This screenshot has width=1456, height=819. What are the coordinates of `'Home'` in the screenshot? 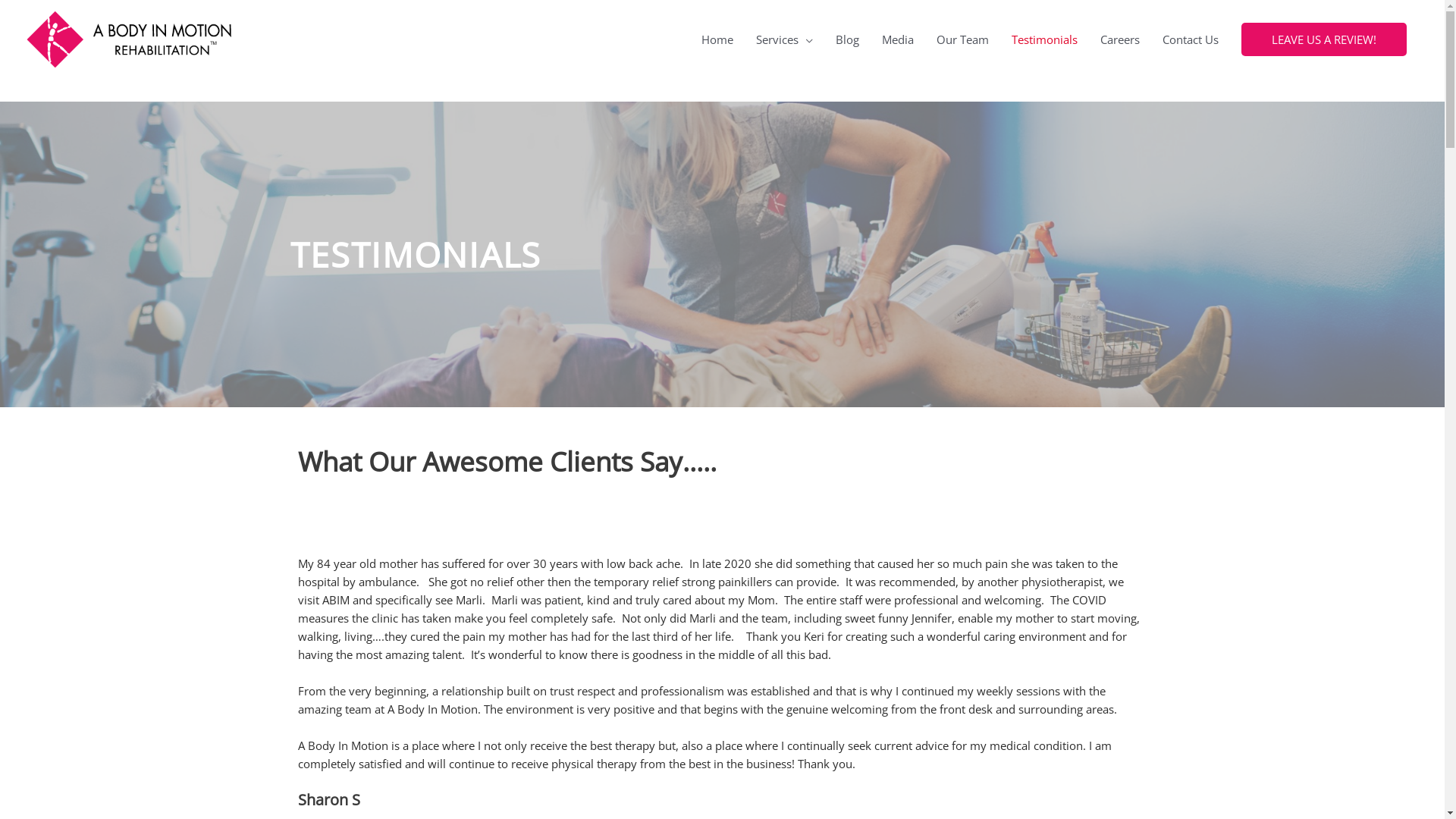 It's located at (689, 38).